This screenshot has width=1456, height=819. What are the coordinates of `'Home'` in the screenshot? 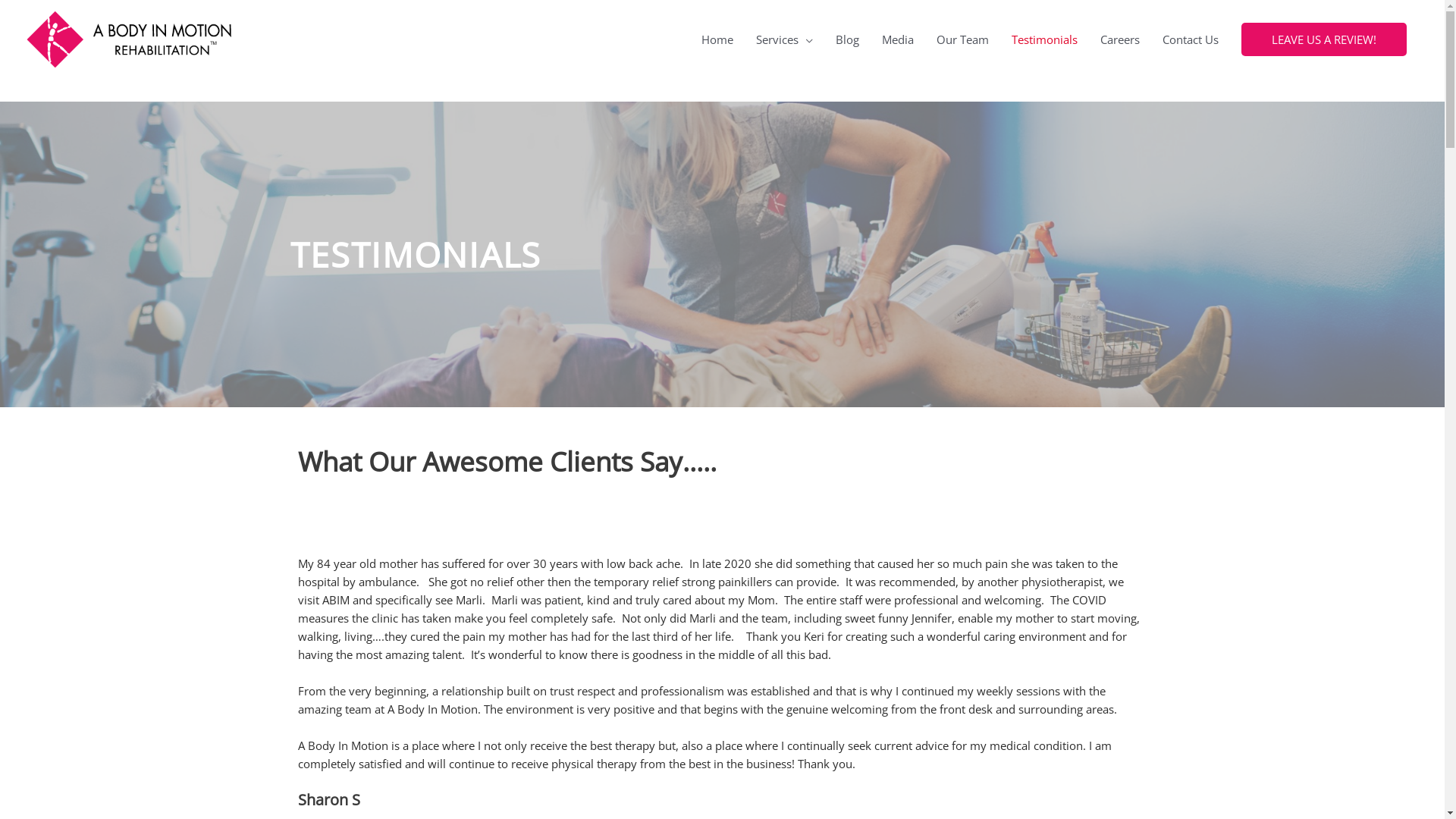 It's located at (689, 38).